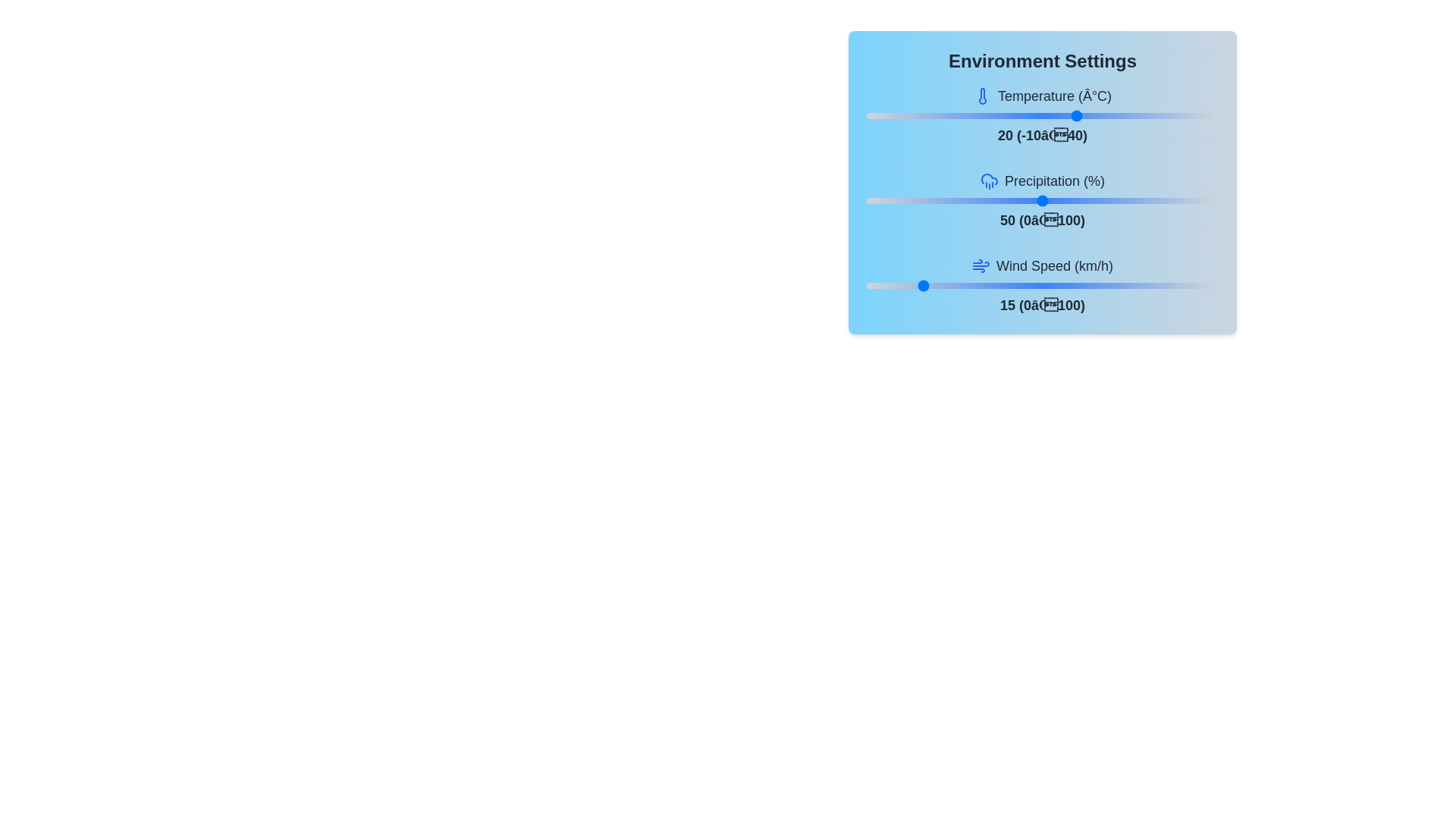  Describe the element at coordinates (908, 115) in the screenshot. I see `the temperature` at that location.